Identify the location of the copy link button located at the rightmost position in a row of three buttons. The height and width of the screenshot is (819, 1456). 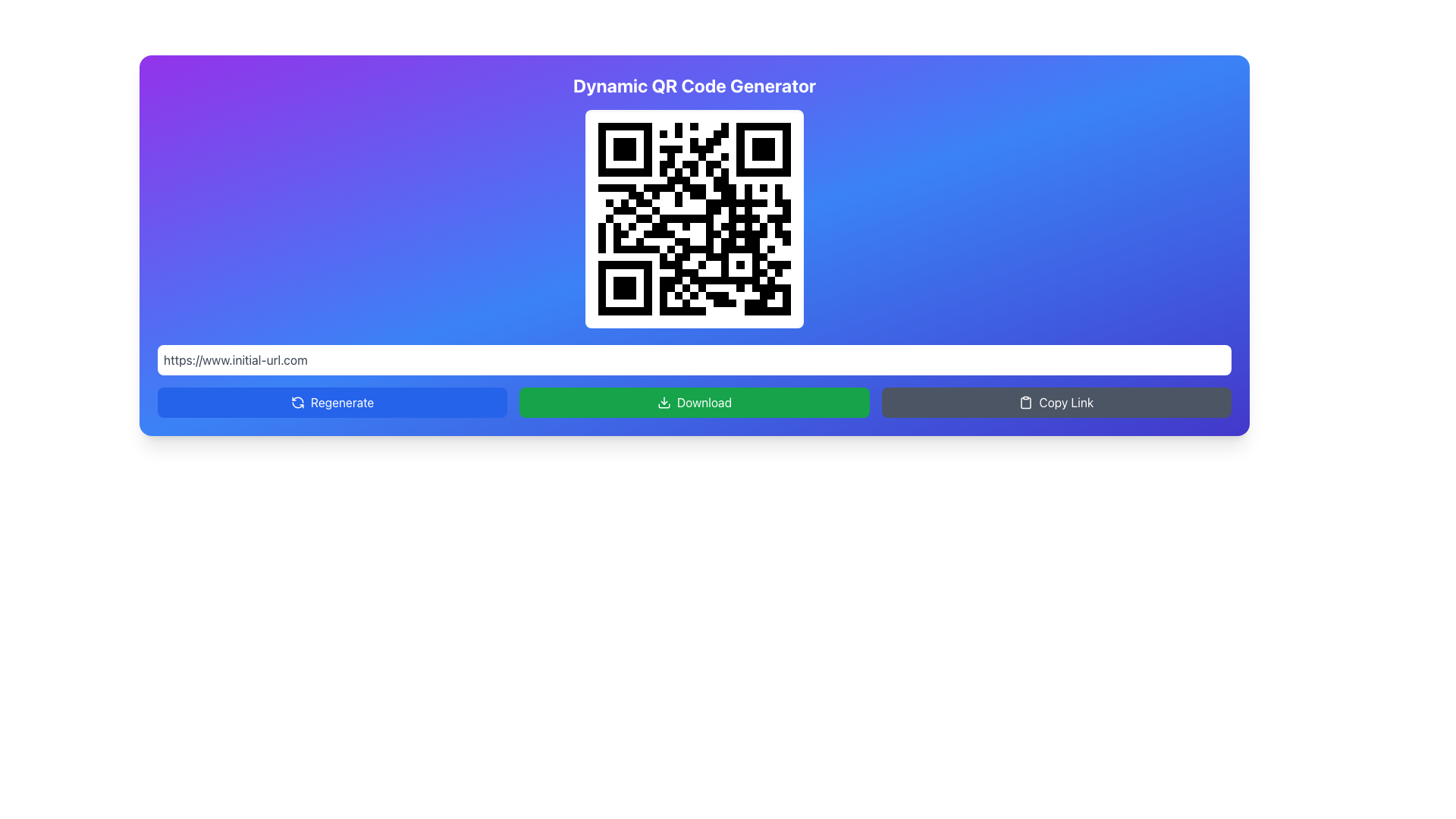
(1056, 402).